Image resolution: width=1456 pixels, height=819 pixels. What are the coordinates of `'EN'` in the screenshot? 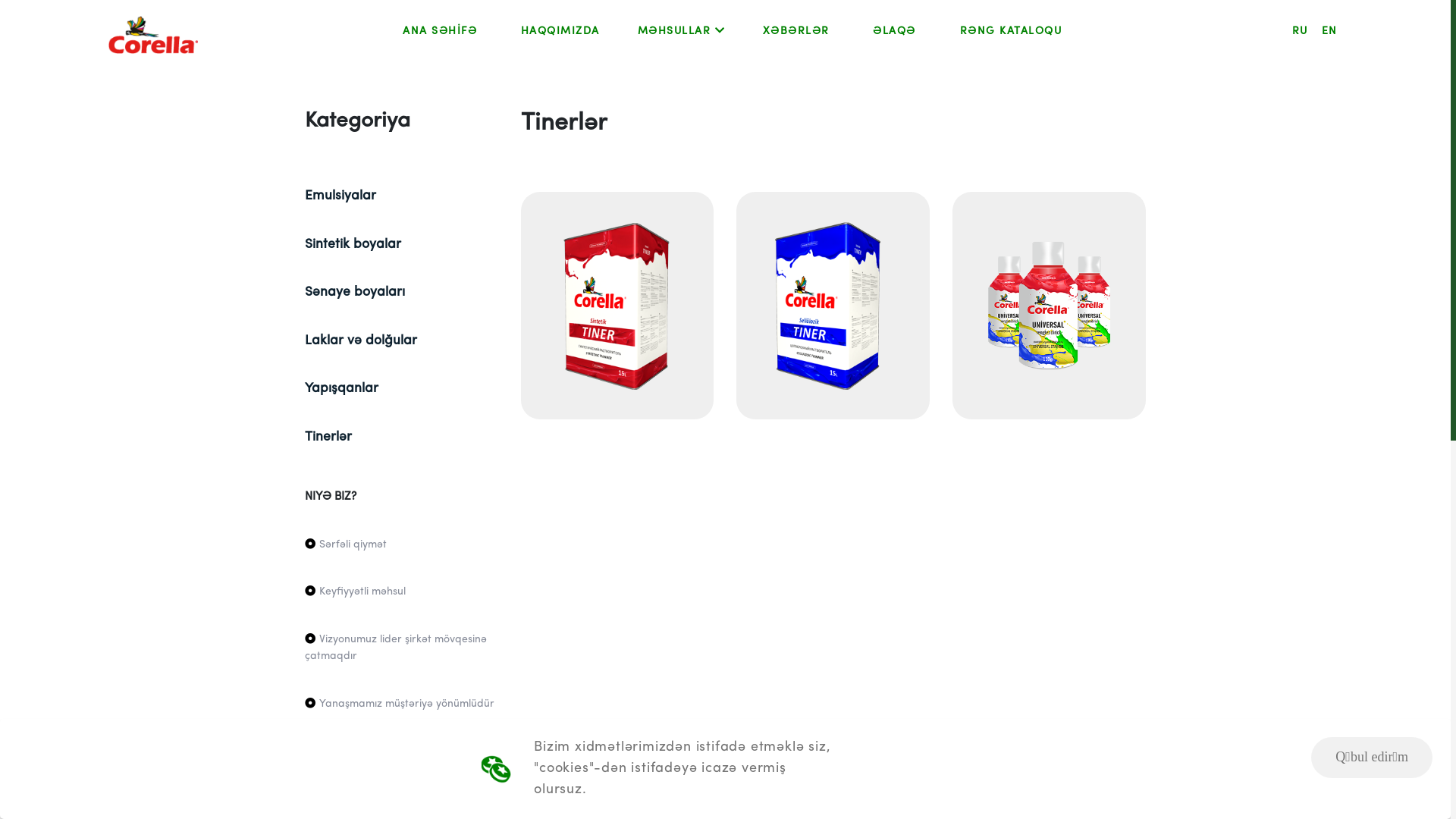 It's located at (1329, 31).